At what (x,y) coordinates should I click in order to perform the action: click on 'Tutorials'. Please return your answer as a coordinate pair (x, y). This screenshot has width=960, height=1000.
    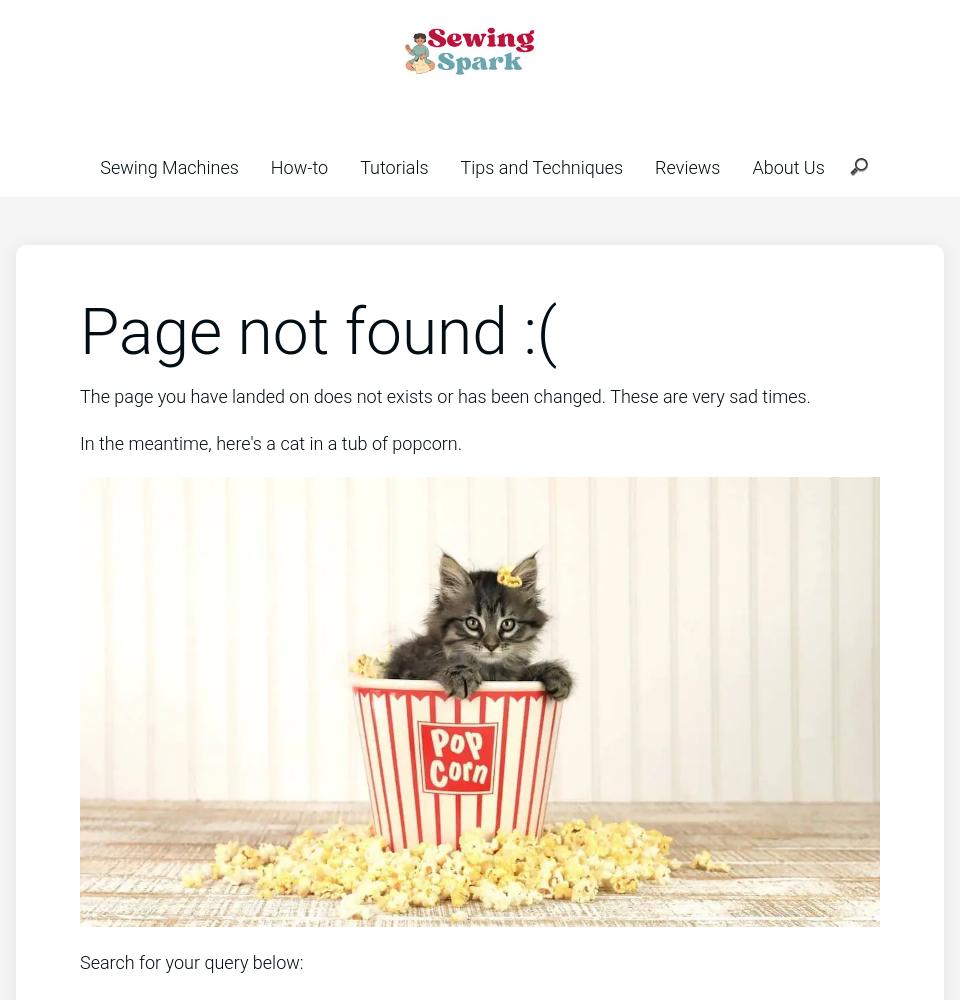
    Looking at the image, I should click on (392, 167).